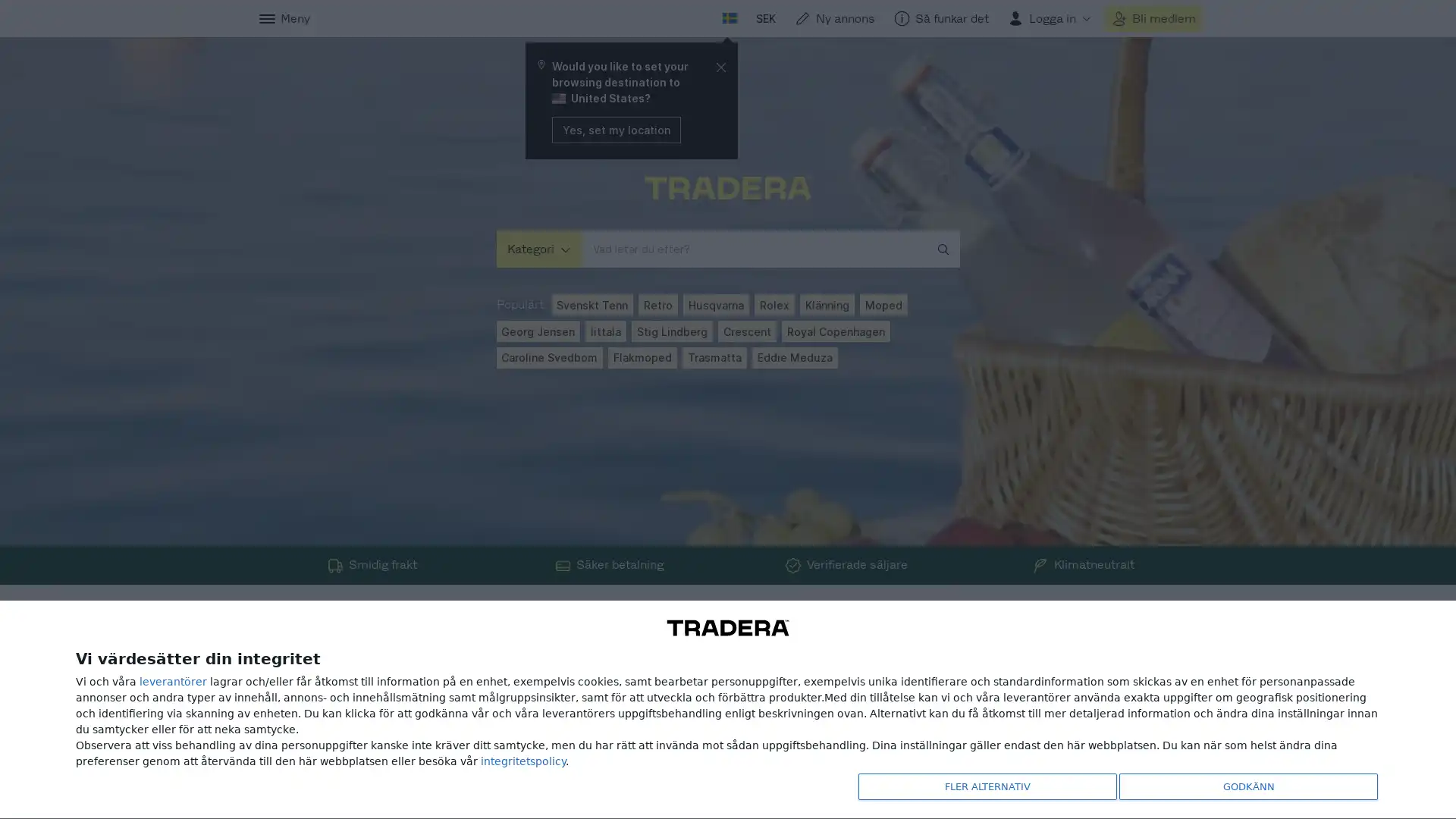  What do you see at coordinates (173, 677) in the screenshot?
I see `leverantorer` at bounding box center [173, 677].